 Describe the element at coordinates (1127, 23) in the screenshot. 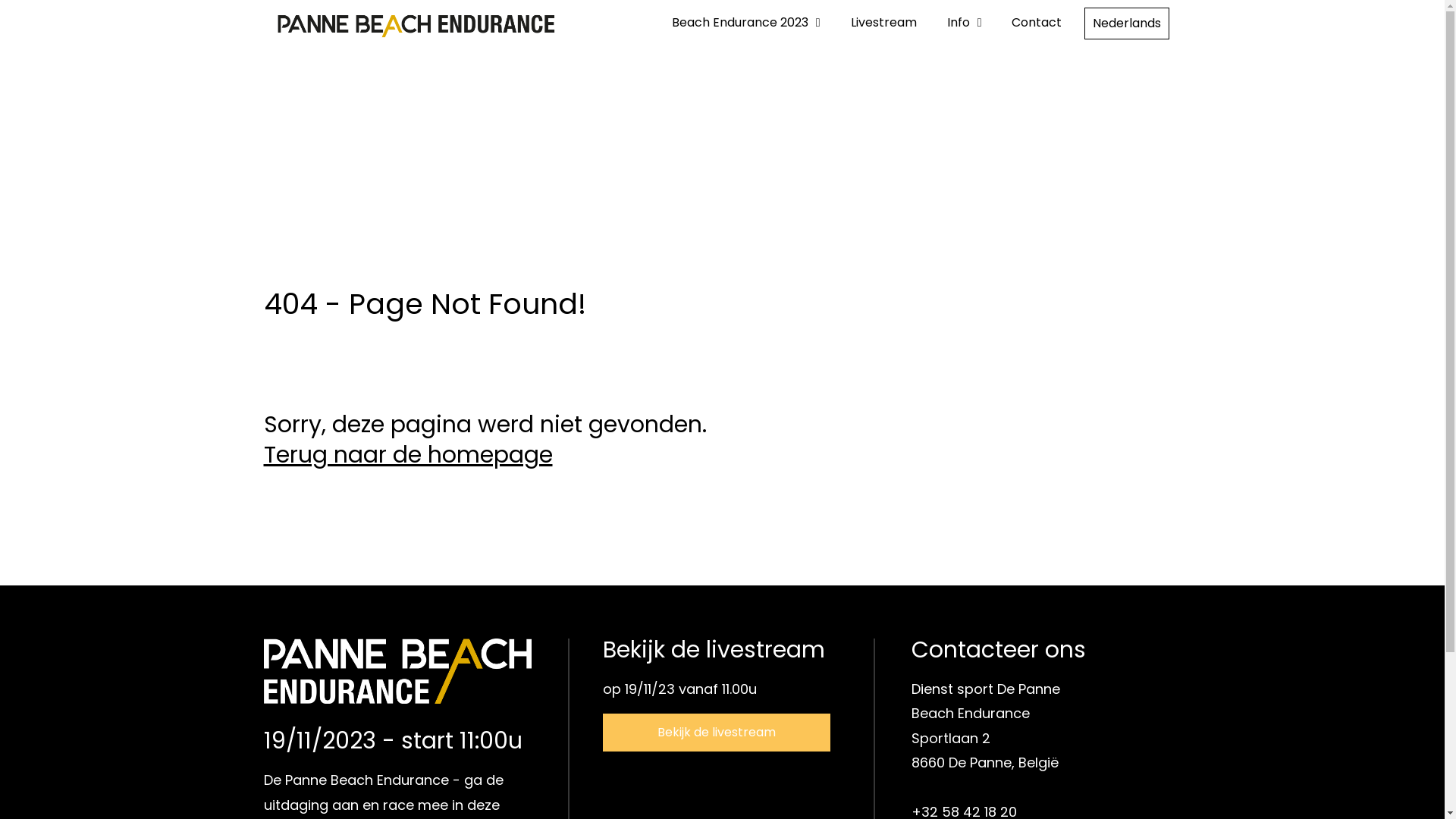

I see `'Nederlands'` at that location.